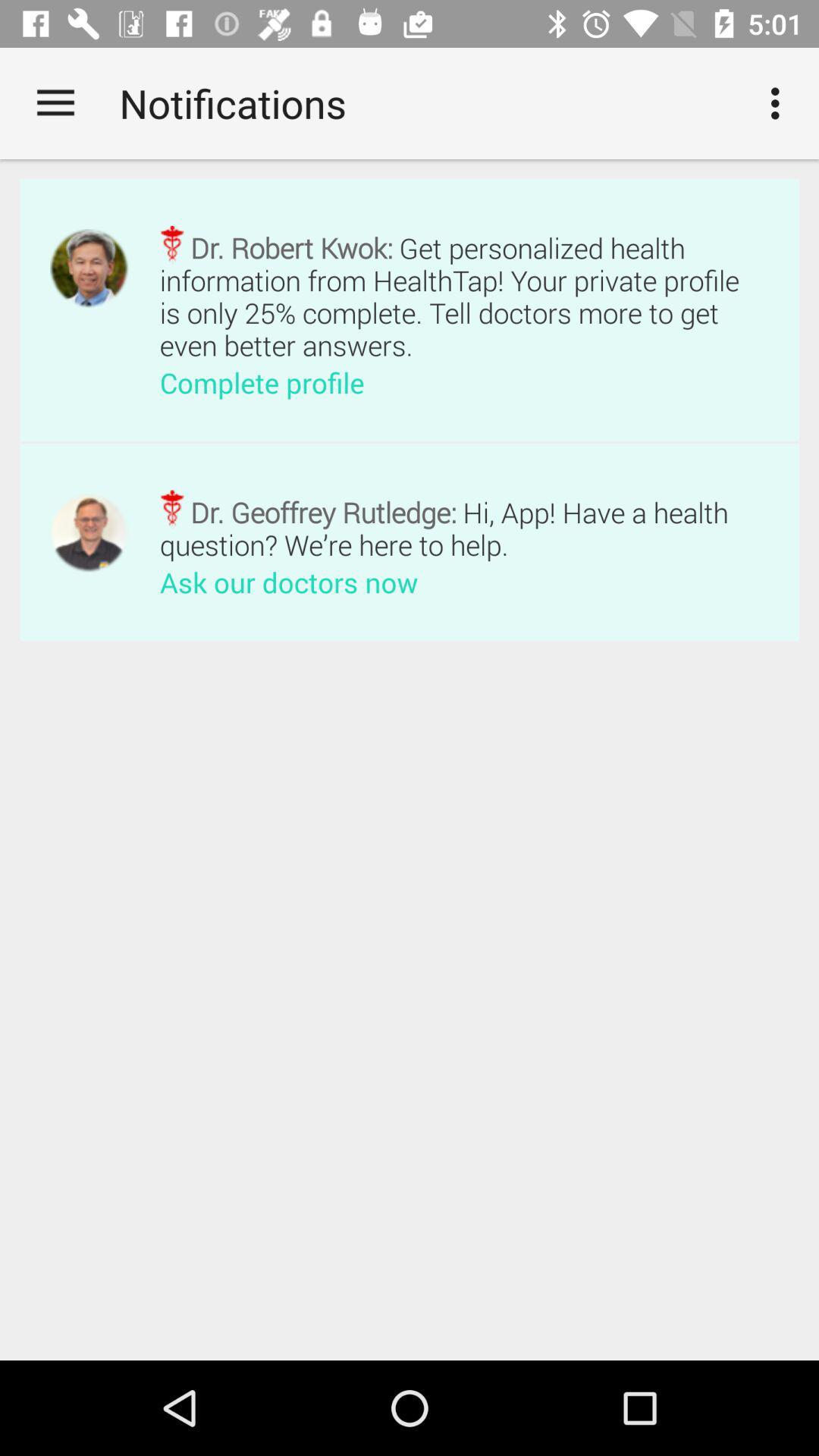 The image size is (819, 1456). What do you see at coordinates (55, 102) in the screenshot?
I see `item to the left of the notifications app` at bounding box center [55, 102].